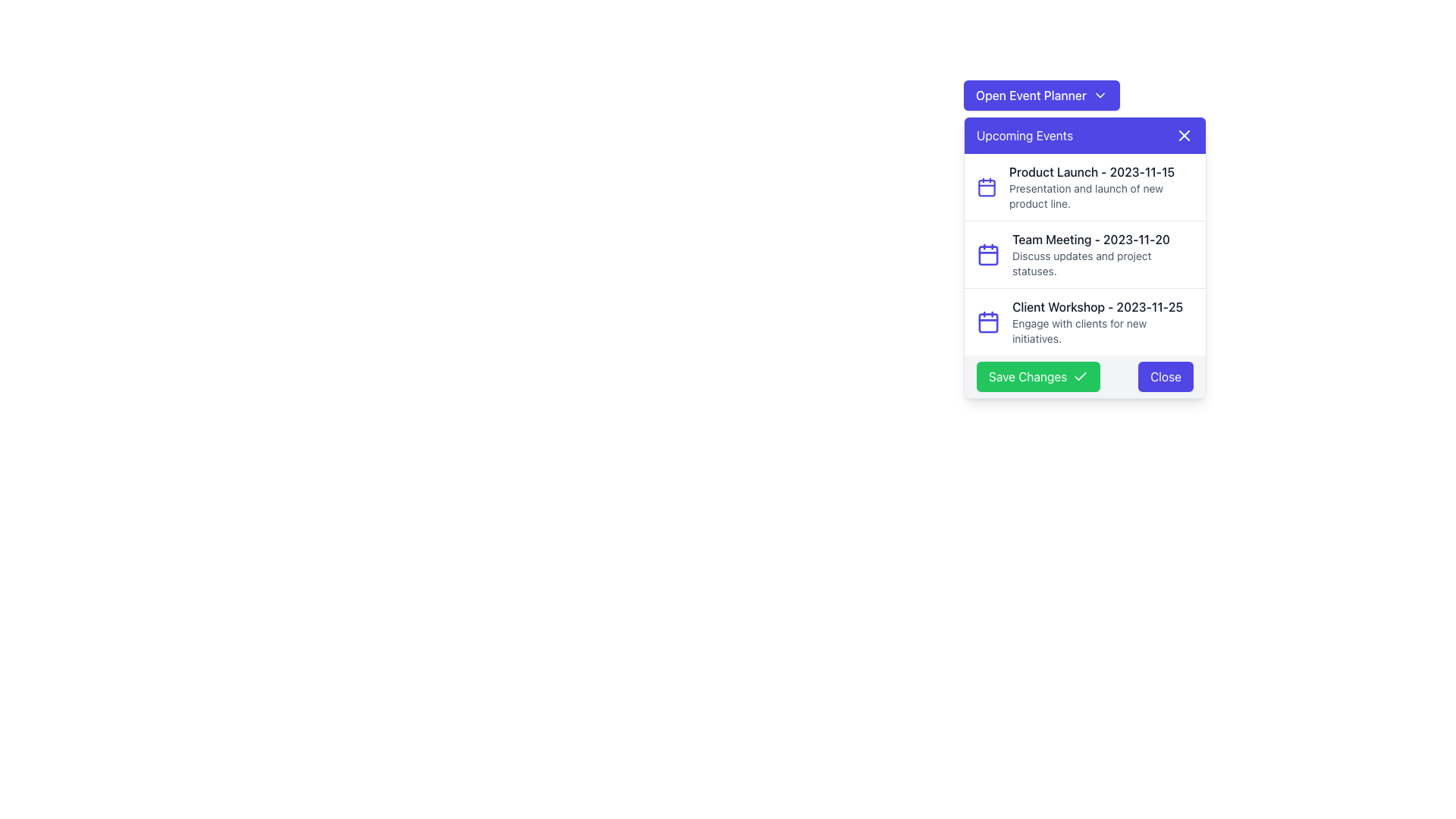 The image size is (1456, 819). Describe the element at coordinates (1101, 171) in the screenshot. I see `text from the header label of the first event in the 'Upcoming Events' panel, which identifies the event and its date` at that location.